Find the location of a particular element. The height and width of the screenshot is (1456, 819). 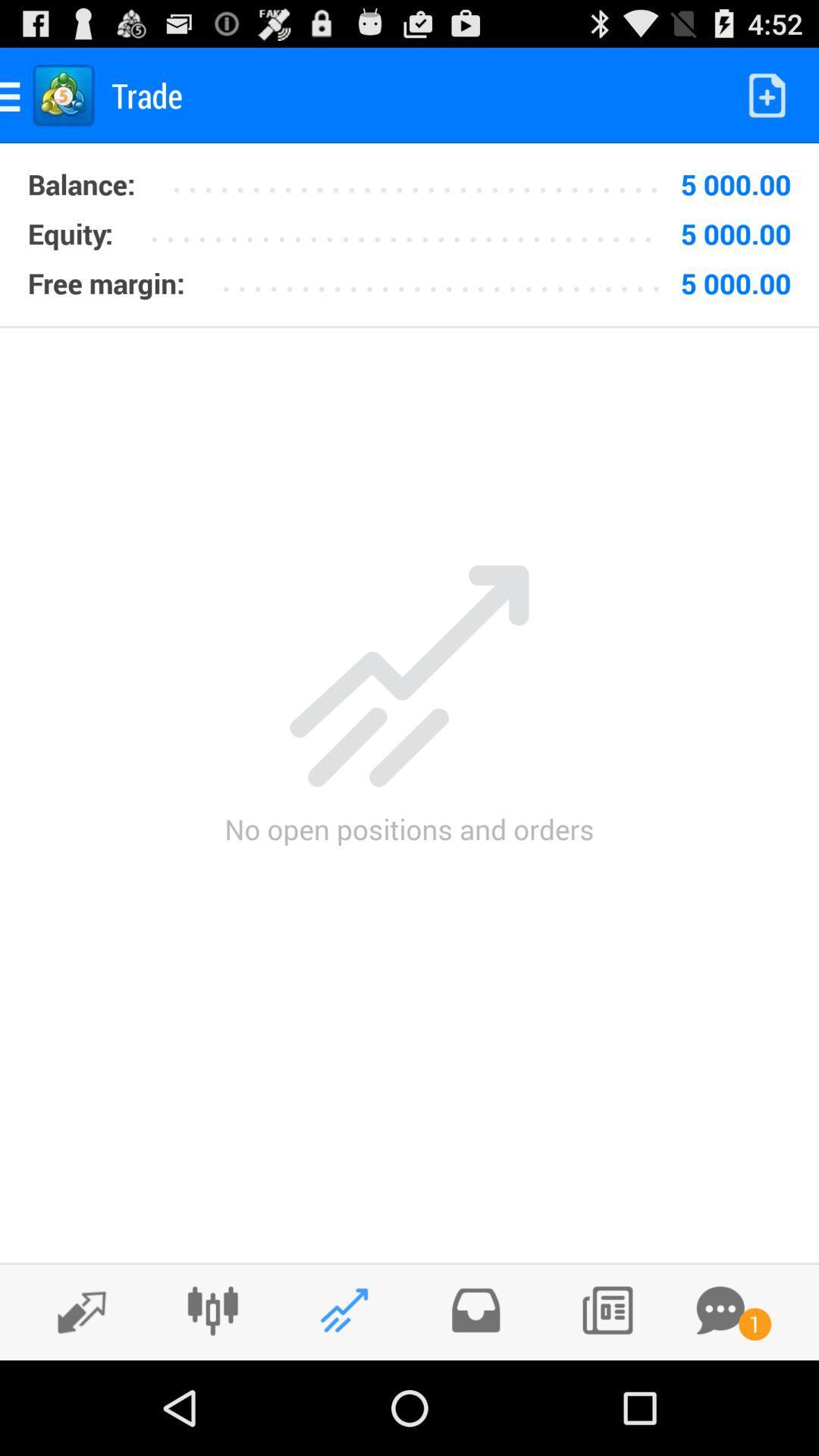

balance: item is located at coordinates (81, 184).